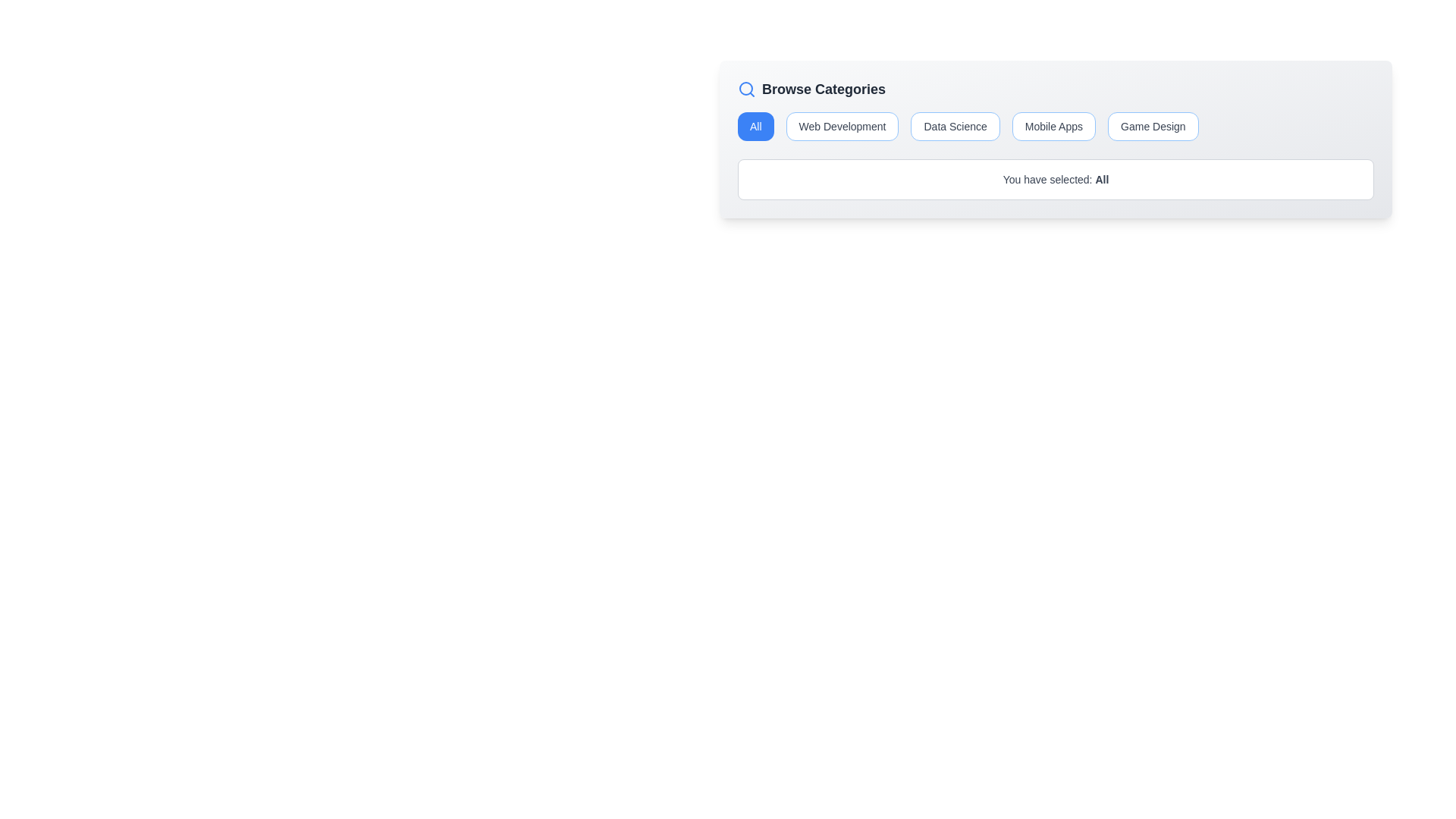 This screenshot has height=819, width=1456. What do you see at coordinates (746, 89) in the screenshot?
I see `the search icon located to the left of the 'Browse Categories' text` at bounding box center [746, 89].